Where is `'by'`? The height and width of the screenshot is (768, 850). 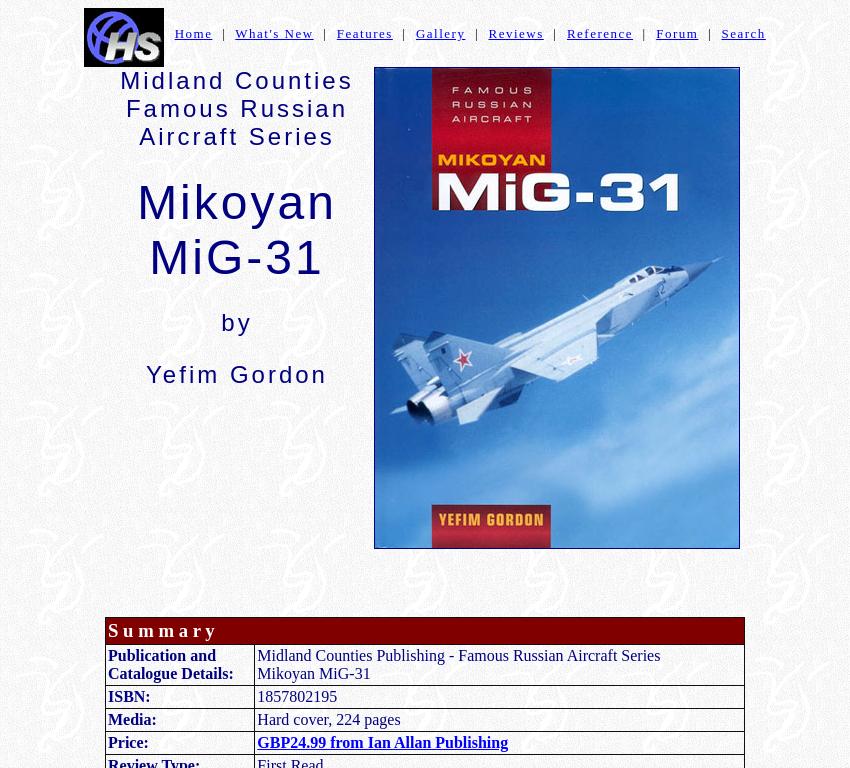
'by' is located at coordinates (236, 321).